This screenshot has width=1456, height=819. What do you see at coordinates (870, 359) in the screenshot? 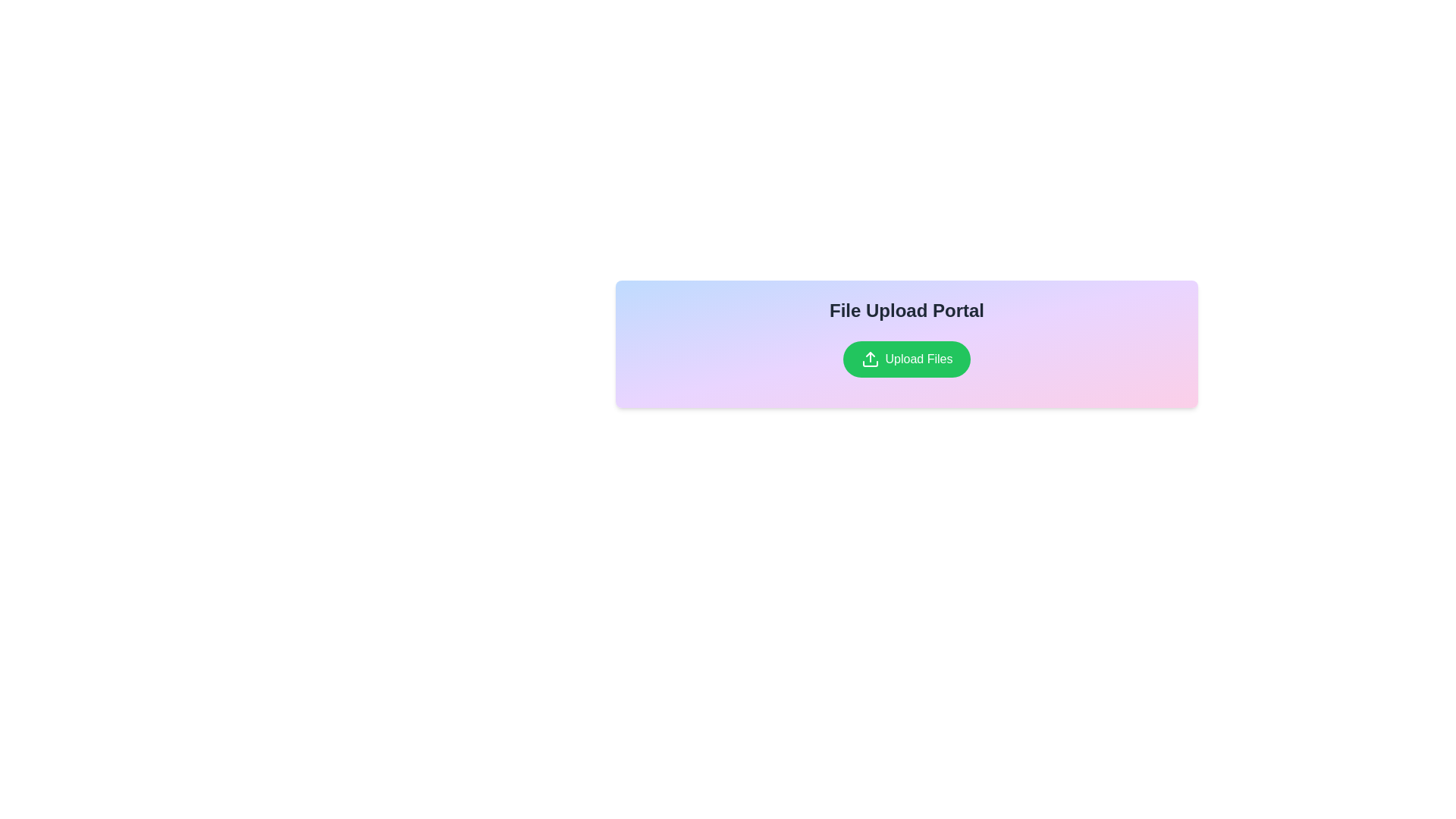
I see `the upload icon, which is a white arrow on a green circular background, located to the left of the 'Upload Files' text within a rounded green button` at bounding box center [870, 359].